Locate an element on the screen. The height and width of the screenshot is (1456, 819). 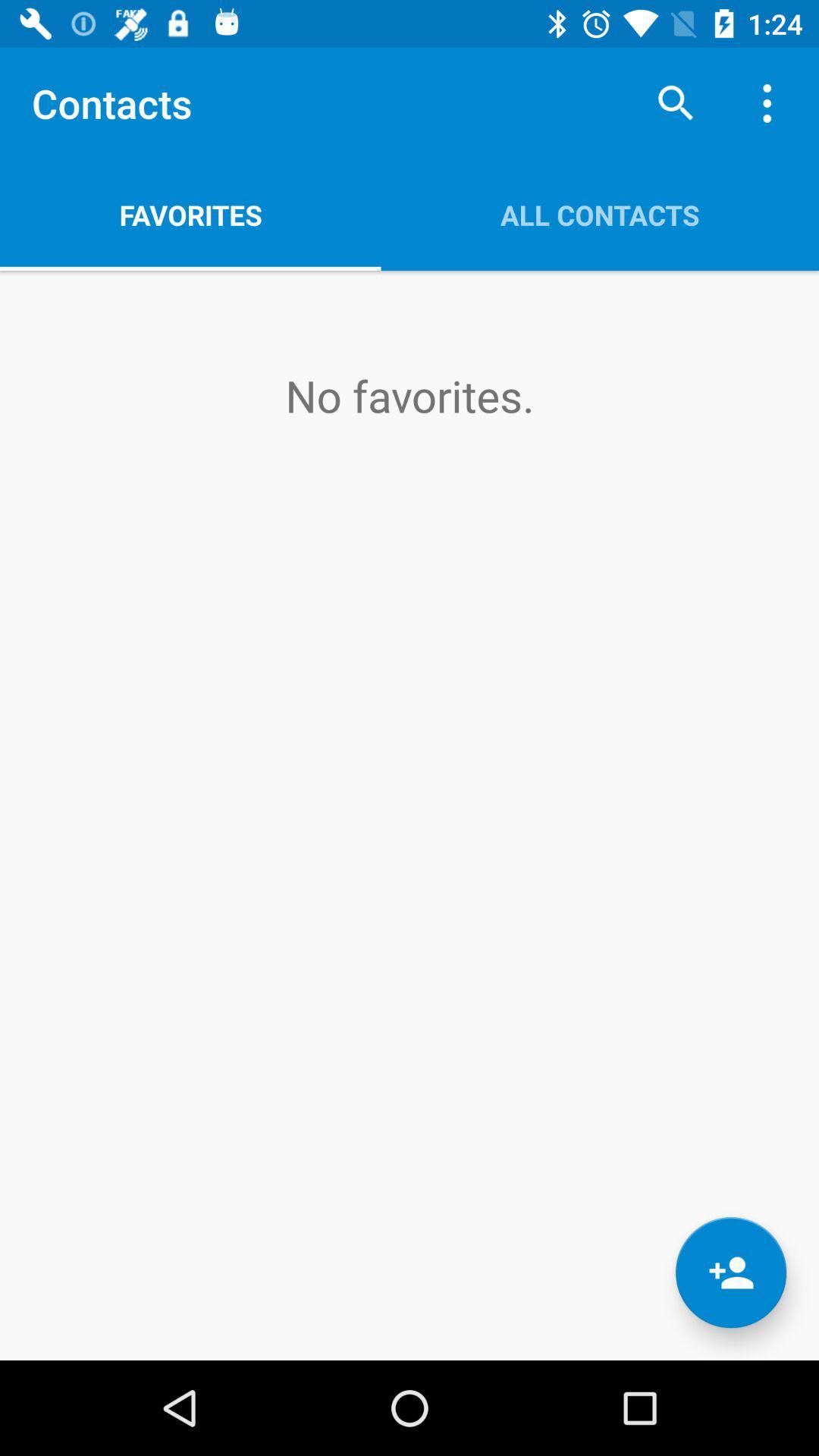
app above the all contacts app is located at coordinates (675, 102).